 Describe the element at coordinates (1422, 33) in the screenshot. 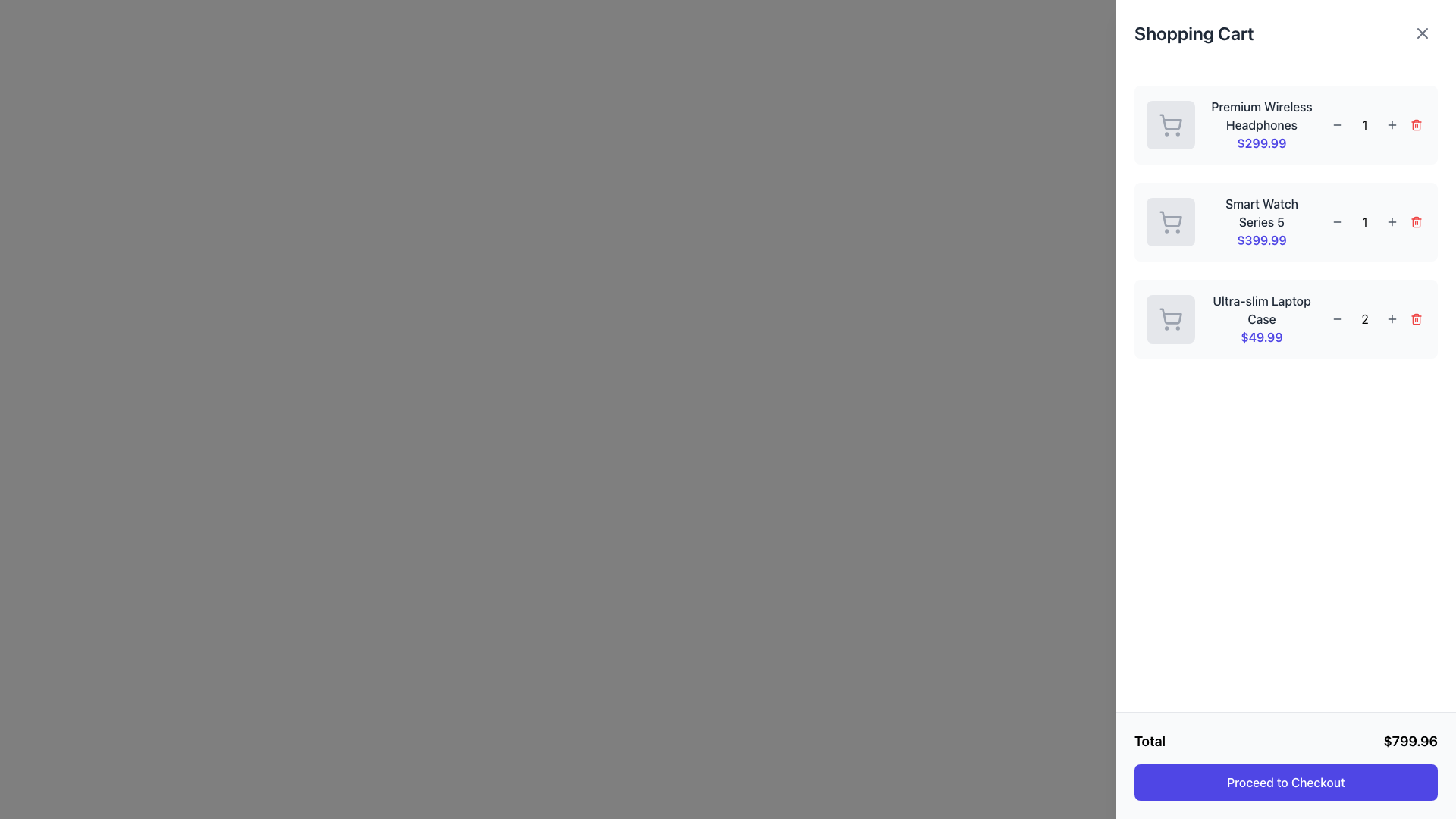

I see `the close button in the top-right corner of the shopping cart panel` at that location.